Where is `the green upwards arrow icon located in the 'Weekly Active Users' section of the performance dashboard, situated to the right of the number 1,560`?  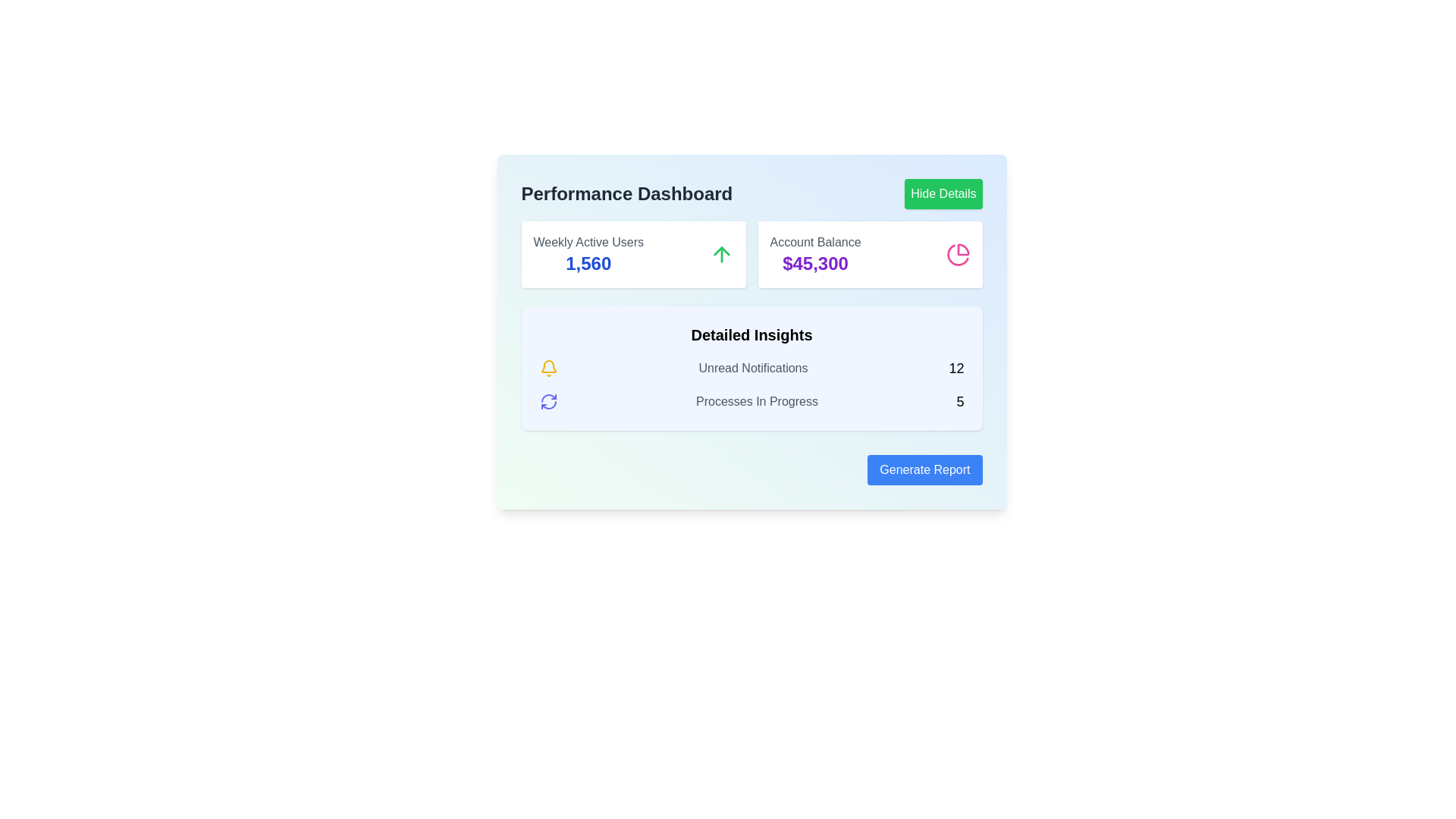
the green upwards arrow icon located in the 'Weekly Active Users' section of the performance dashboard, situated to the right of the number 1,560 is located at coordinates (720, 253).